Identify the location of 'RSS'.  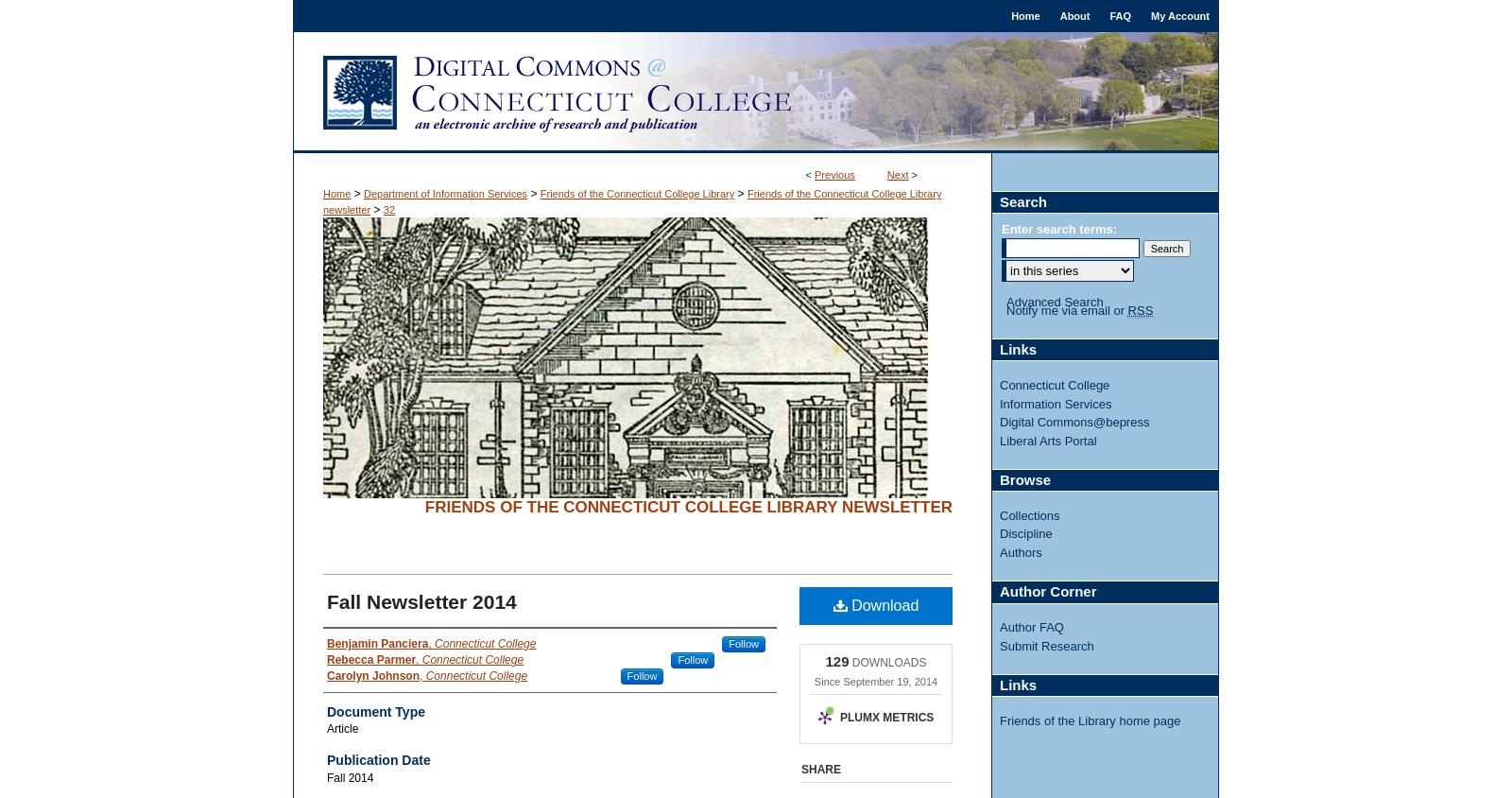
(1126, 309).